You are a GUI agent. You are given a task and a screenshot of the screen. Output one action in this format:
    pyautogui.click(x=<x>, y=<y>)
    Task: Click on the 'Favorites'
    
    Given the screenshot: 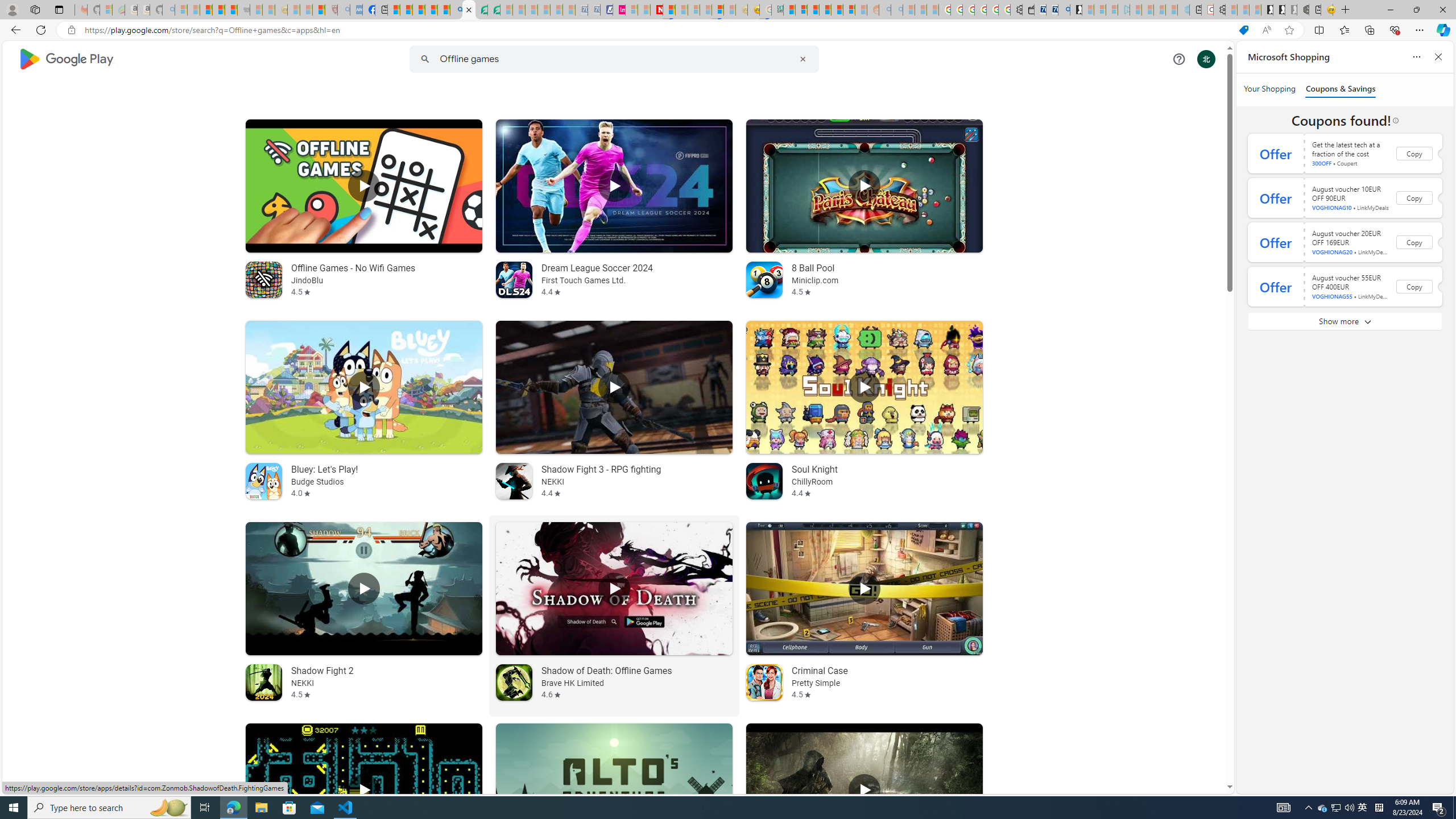 What is the action you would take?
    pyautogui.click(x=1345, y=29)
    